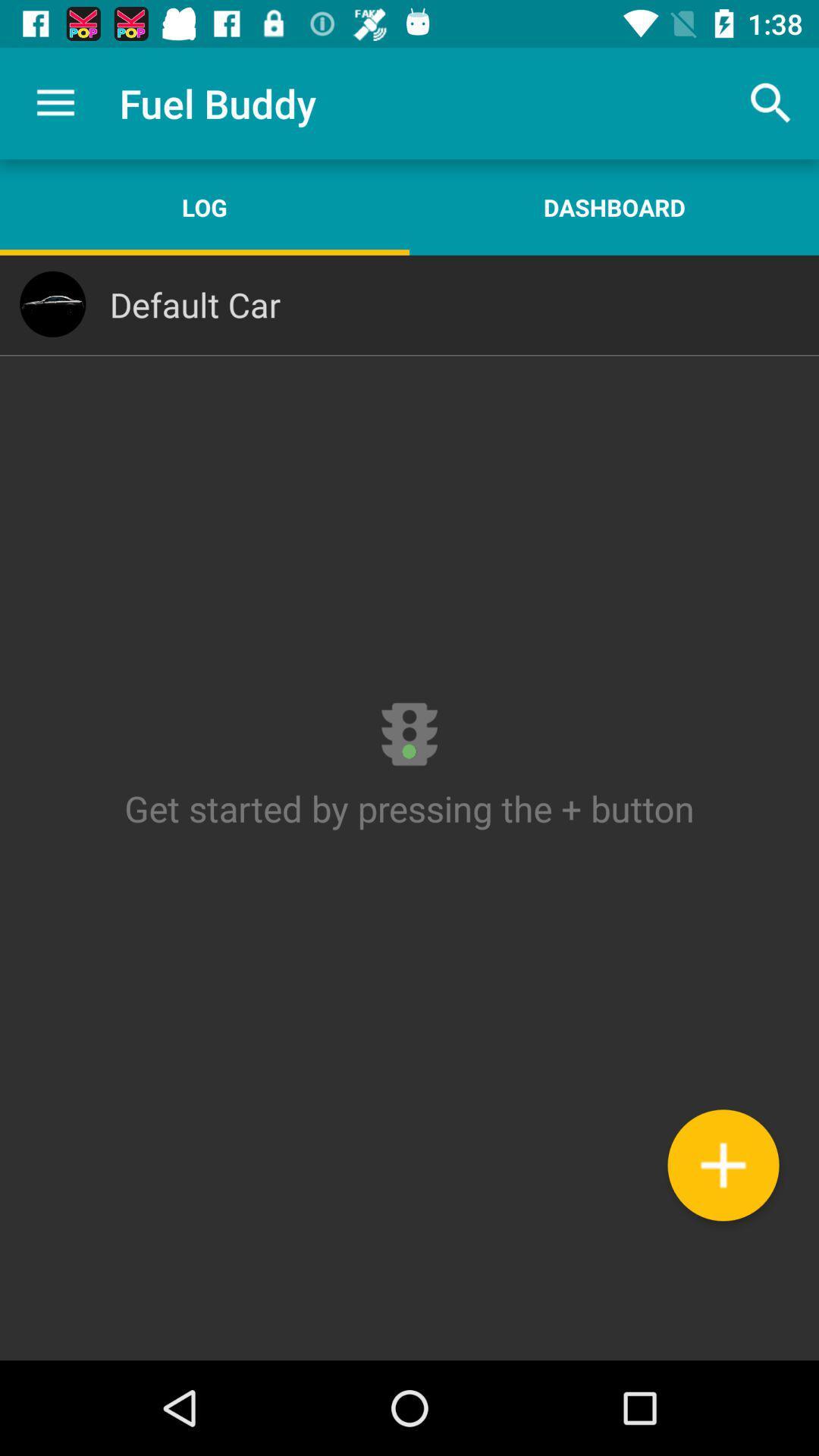 The height and width of the screenshot is (1456, 819). What do you see at coordinates (409, 808) in the screenshot?
I see `open the app` at bounding box center [409, 808].